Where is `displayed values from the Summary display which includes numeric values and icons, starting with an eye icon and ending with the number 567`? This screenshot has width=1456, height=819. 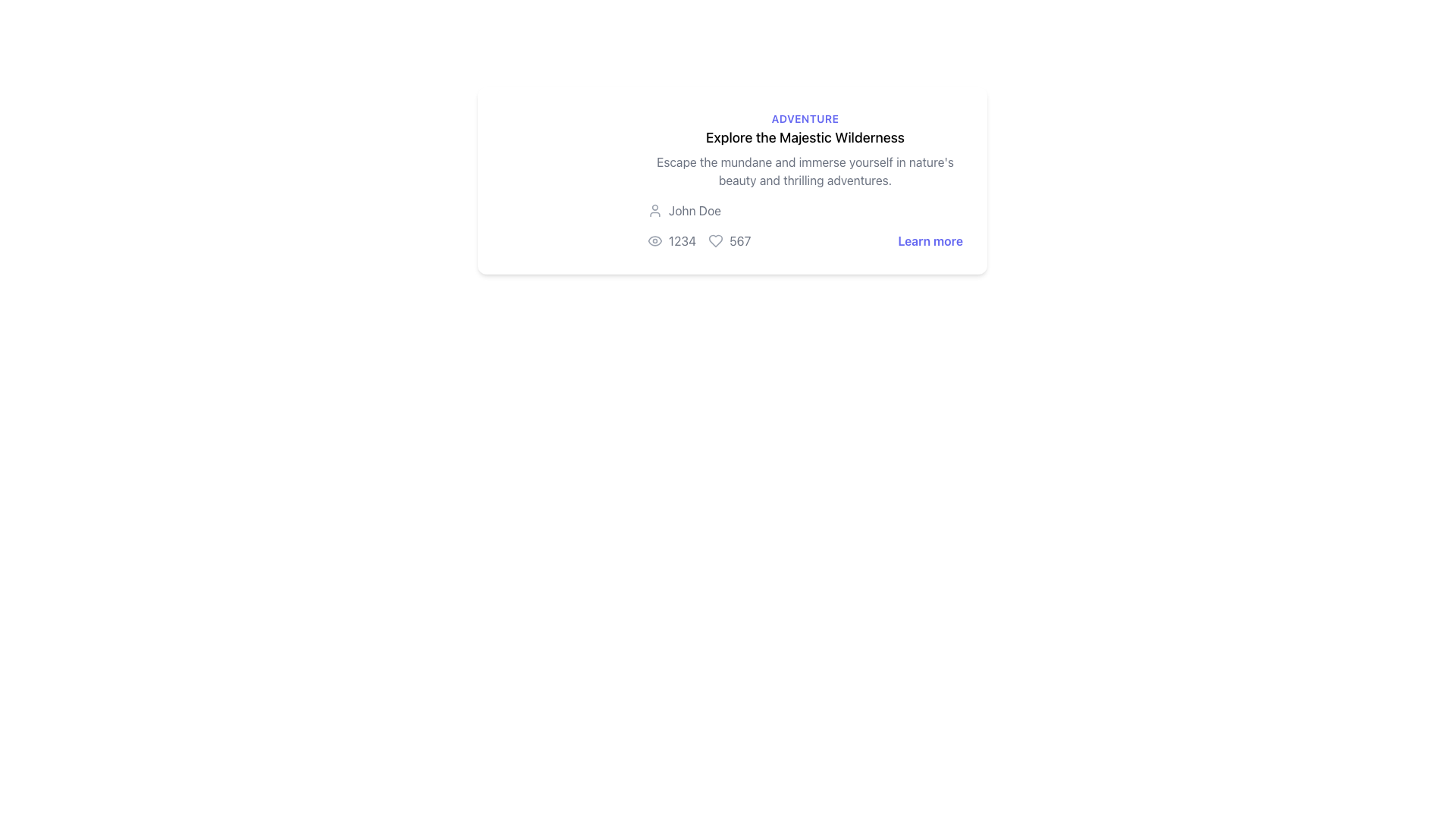
displayed values from the Summary display which includes numeric values and icons, starting with an eye icon and ending with the number 567 is located at coordinates (698, 240).